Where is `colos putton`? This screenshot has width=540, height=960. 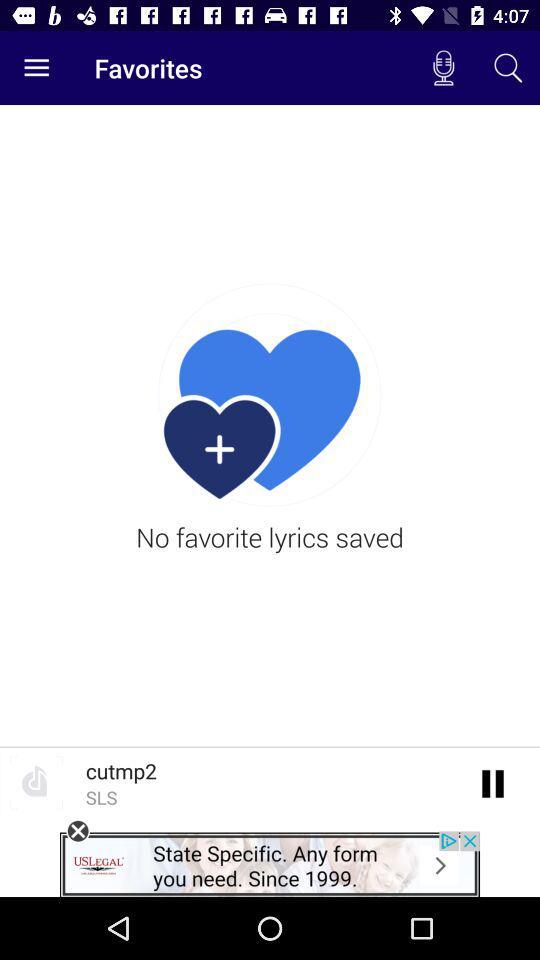
colos putton is located at coordinates (77, 831).